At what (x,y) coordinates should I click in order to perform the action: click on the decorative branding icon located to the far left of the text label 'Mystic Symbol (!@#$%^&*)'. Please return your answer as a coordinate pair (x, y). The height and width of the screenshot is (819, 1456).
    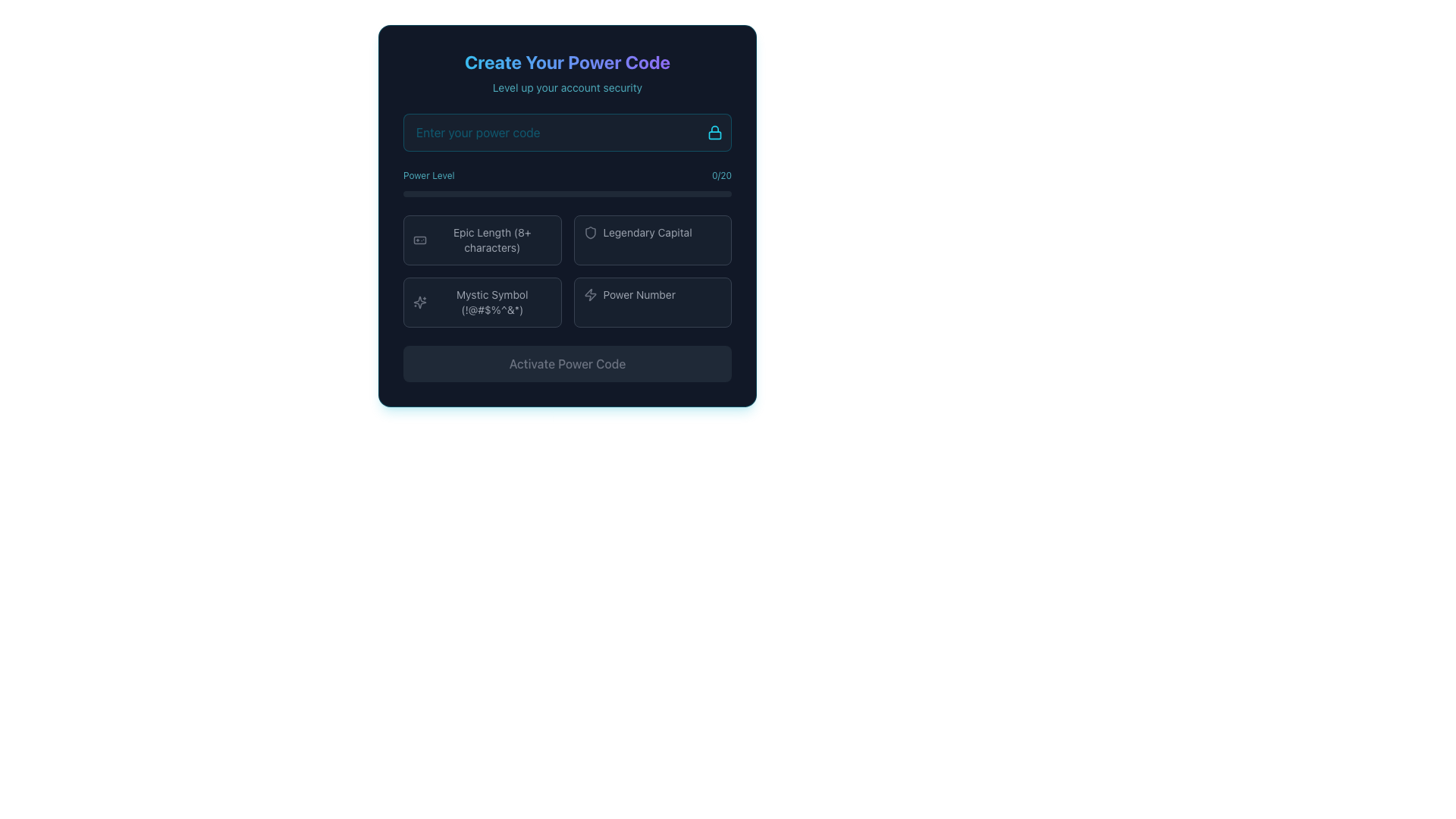
    Looking at the image, I should click on (419, 302).